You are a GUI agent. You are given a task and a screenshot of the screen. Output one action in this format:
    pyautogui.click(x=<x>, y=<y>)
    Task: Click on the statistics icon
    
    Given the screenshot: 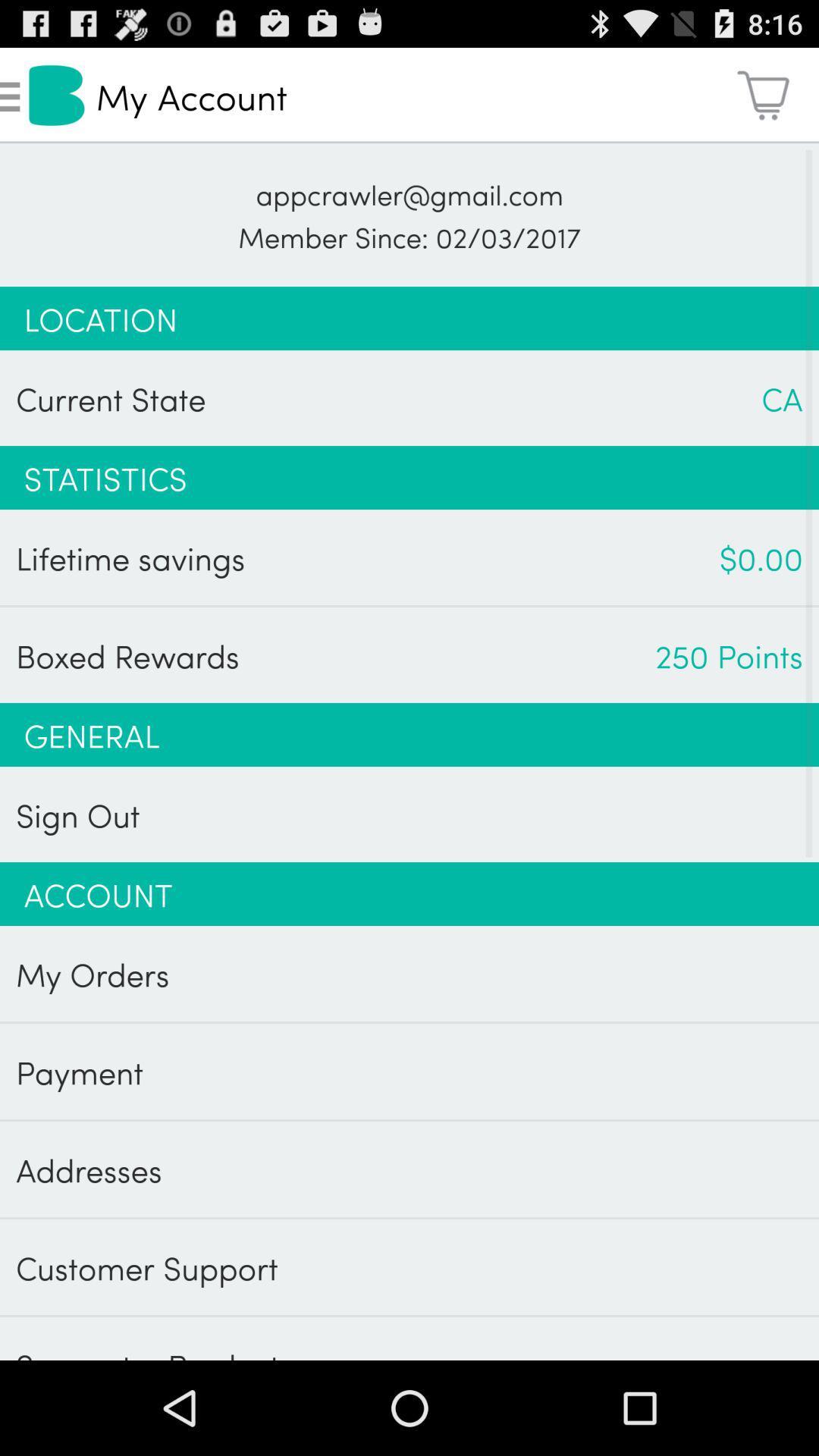 What is the action you would take?
    pyautogui.click(x=409, y=476)
    